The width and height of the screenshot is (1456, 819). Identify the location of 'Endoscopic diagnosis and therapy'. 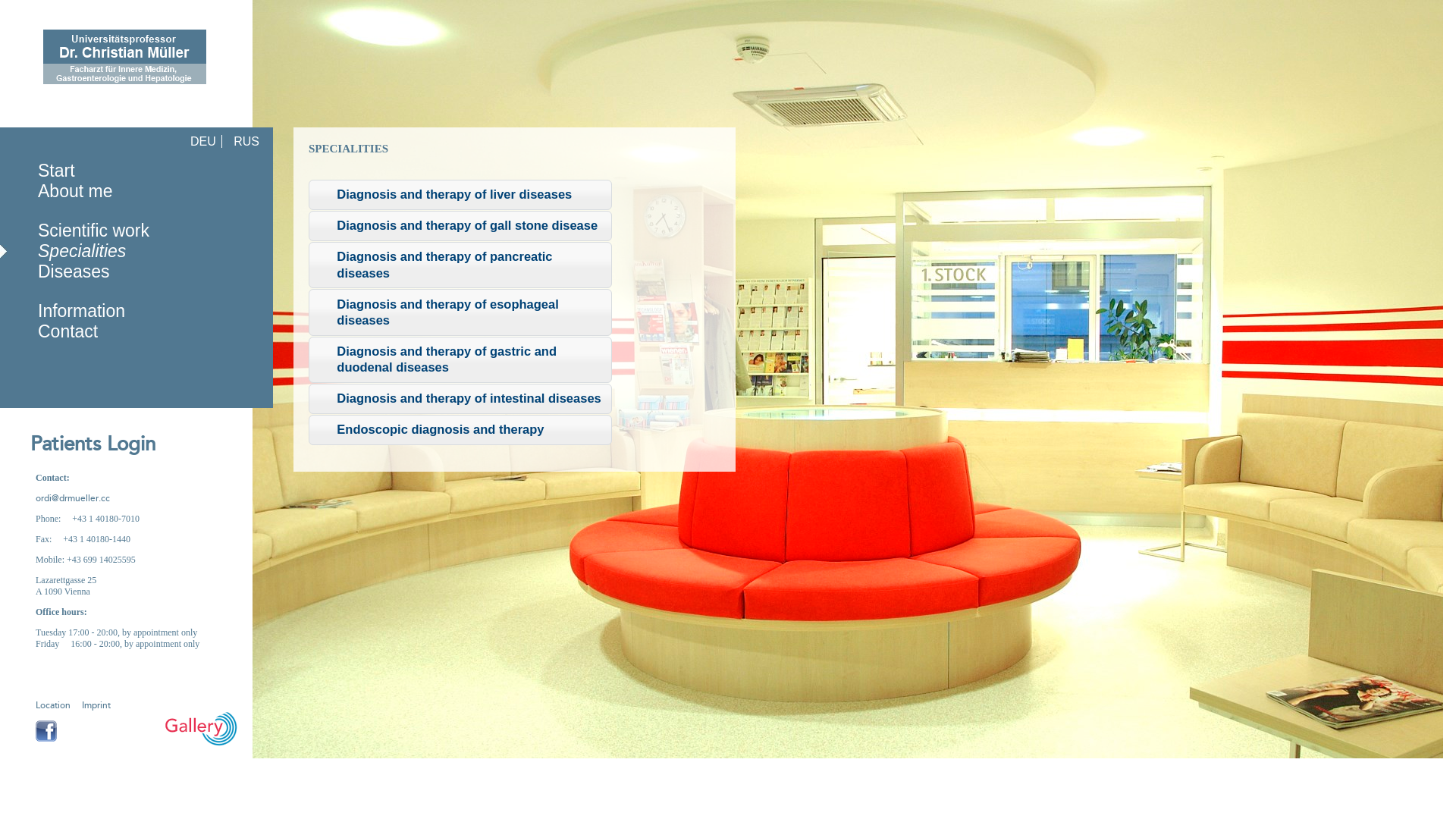
(459, 430).